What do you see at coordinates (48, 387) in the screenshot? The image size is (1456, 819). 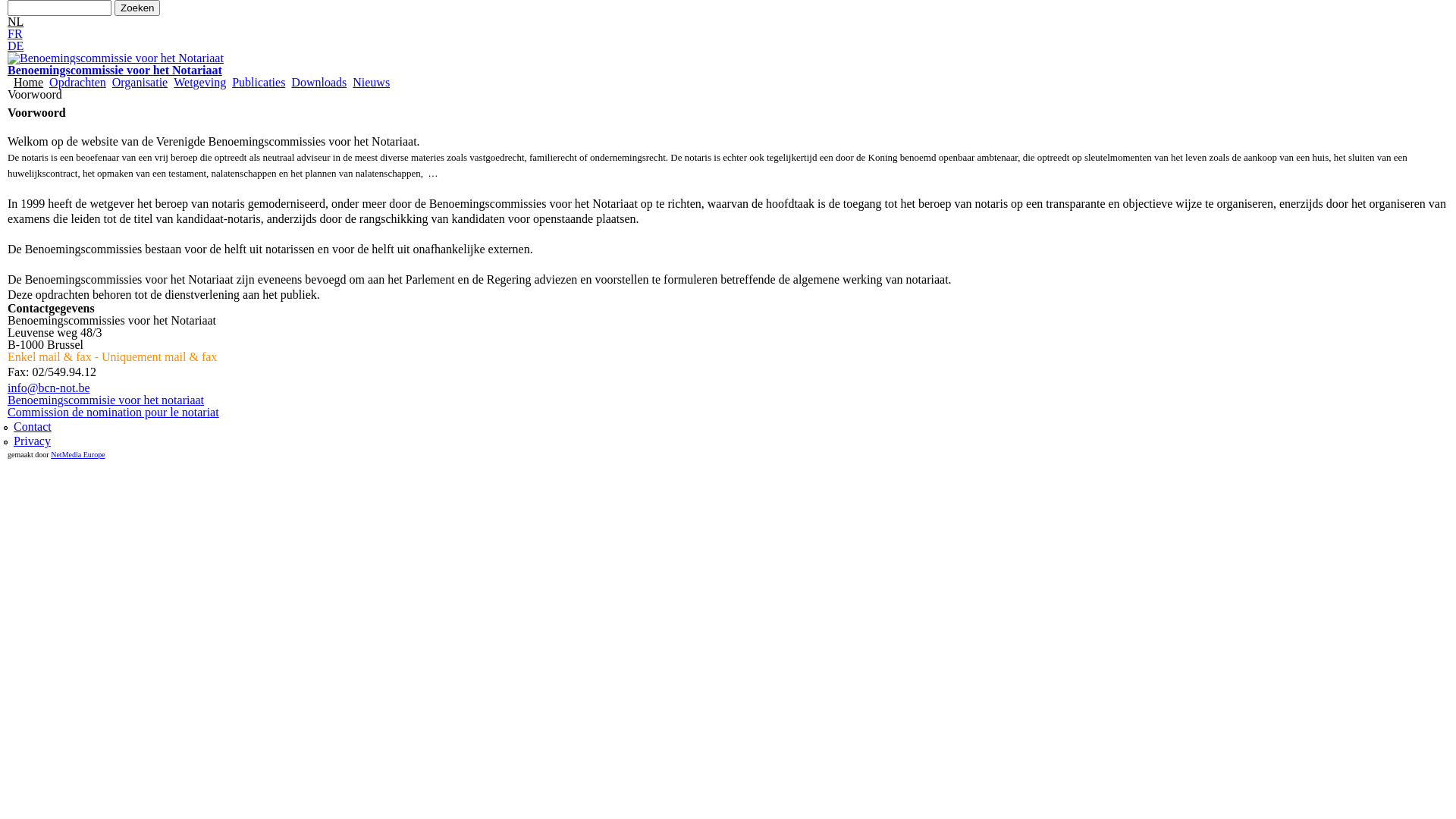 I see `'info@bcn-not.be'` at bounding box center [48, 387].